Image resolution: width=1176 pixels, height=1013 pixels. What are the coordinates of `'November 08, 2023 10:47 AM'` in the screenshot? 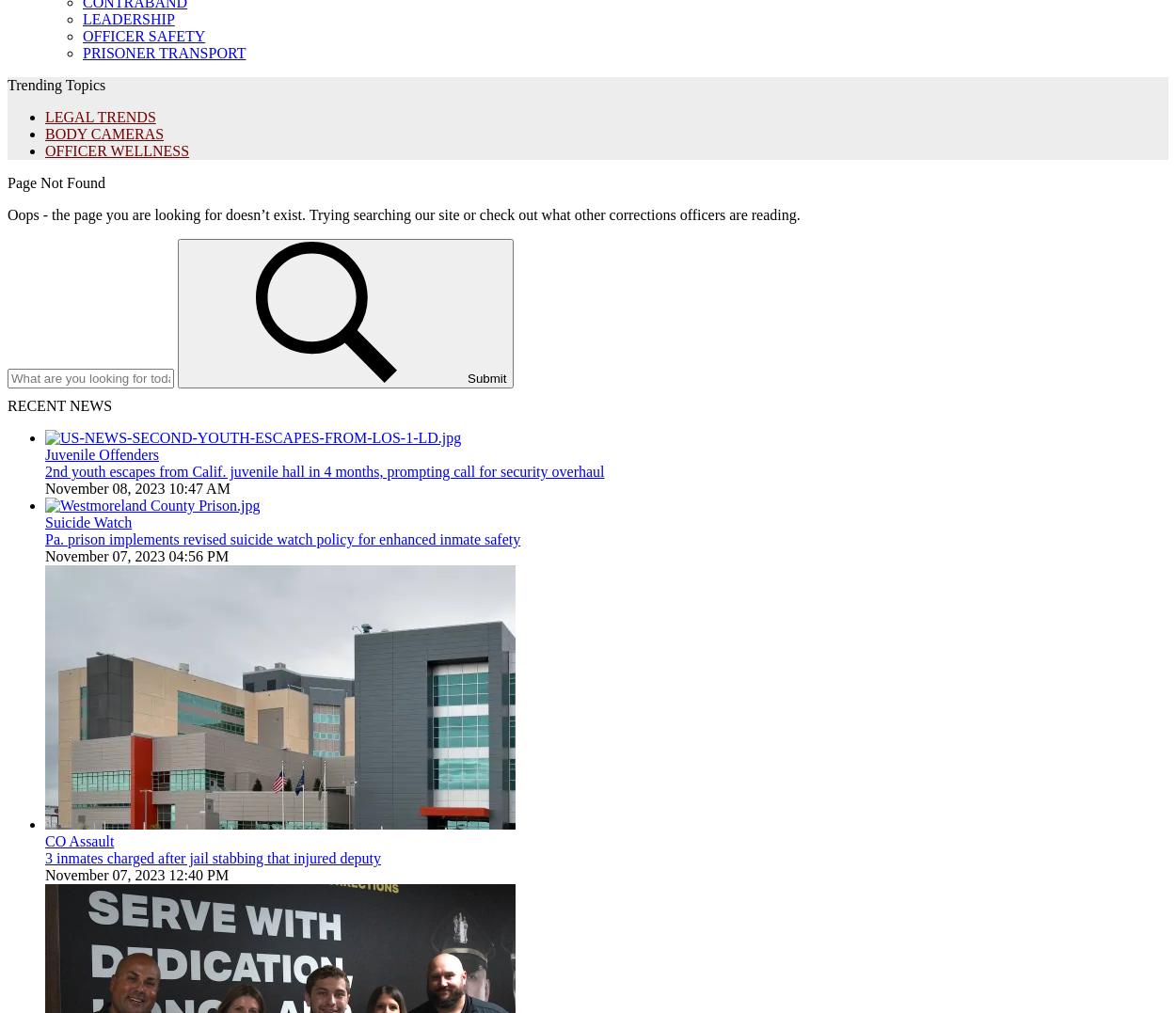 It's located at (137, 487).